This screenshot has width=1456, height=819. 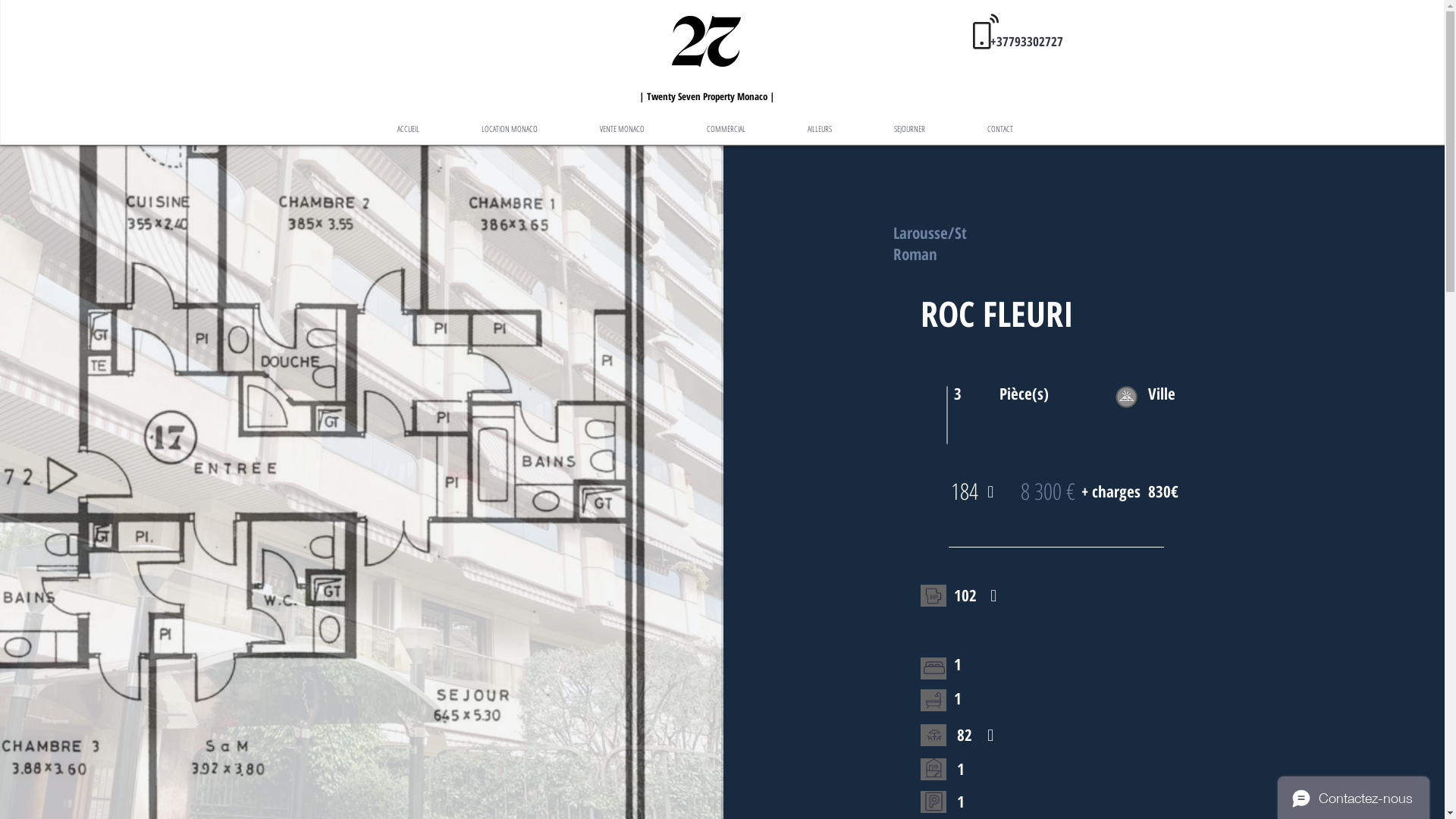 What do you see at coordinates (510, 127) in the screenshot?
I see `'LOCATION MONACO'` at bounding box center [510, 127].